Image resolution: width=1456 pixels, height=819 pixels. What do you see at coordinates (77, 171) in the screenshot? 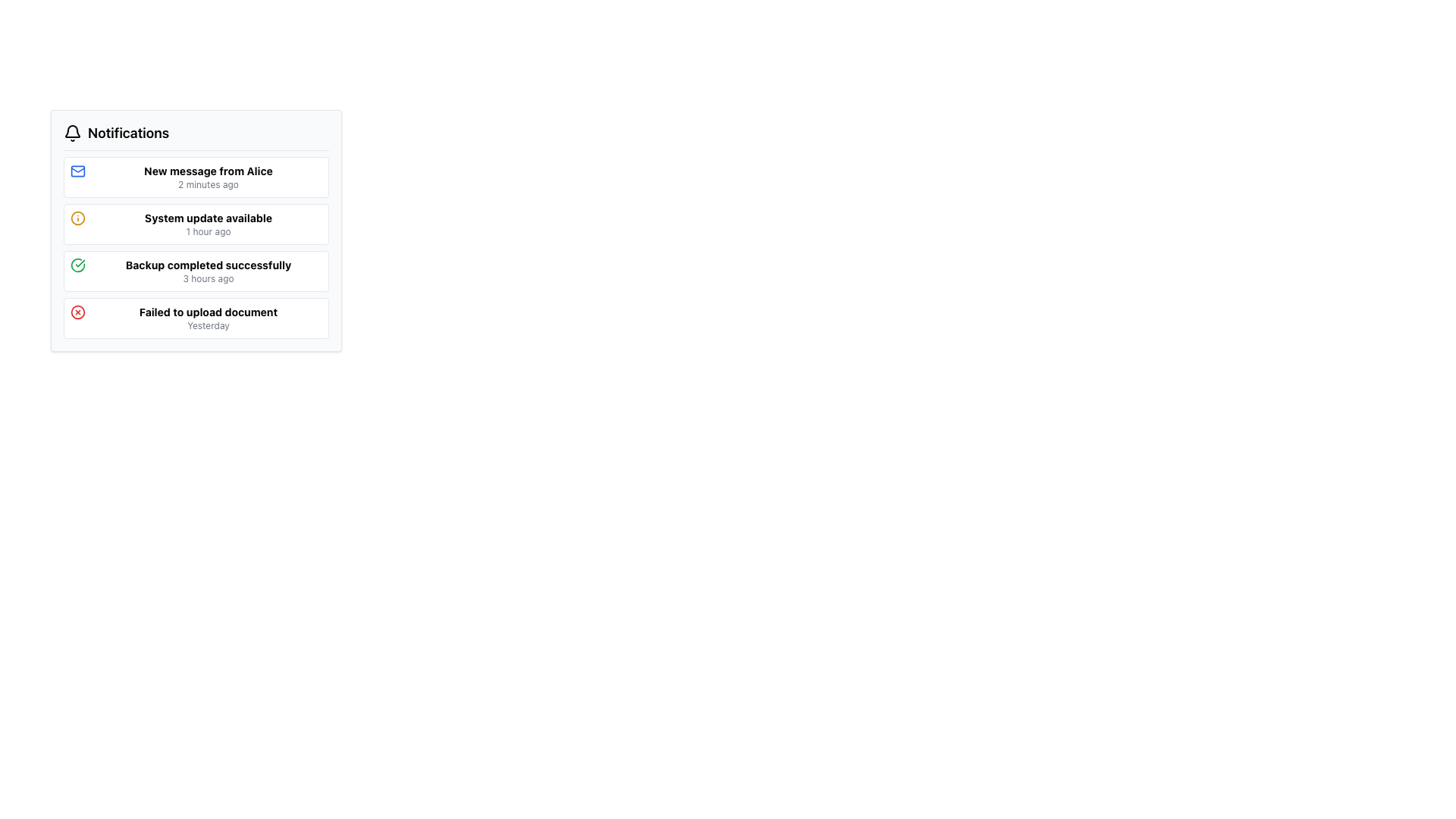
I see `the email notification icon located to the left of the text 'New message from Alice' in the notification card` at bounding box center [77, 171].